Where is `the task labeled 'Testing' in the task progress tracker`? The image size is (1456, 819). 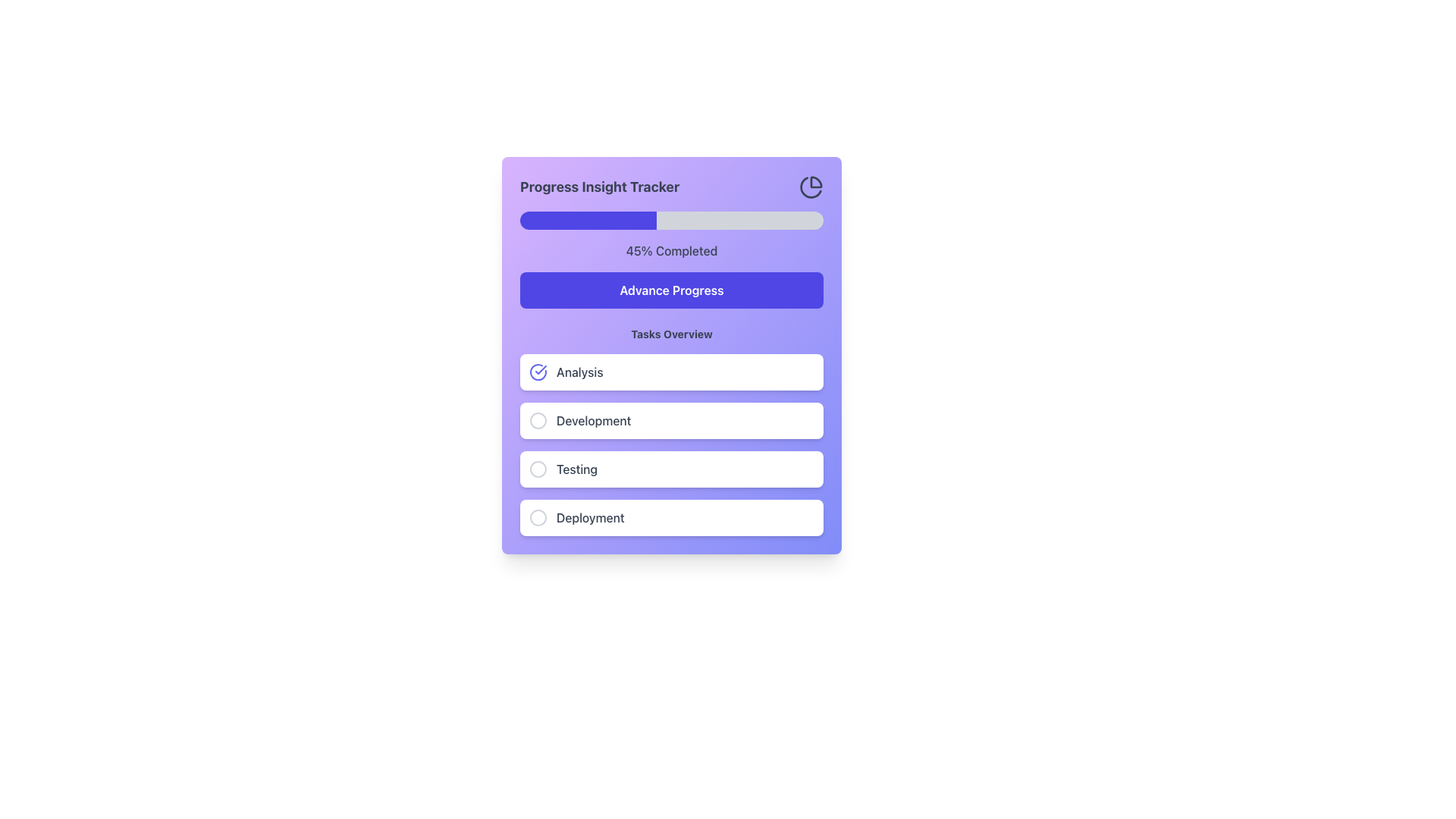 the task labeled 'Testing' in the task progress tracker is located at coordinates (671, 468).